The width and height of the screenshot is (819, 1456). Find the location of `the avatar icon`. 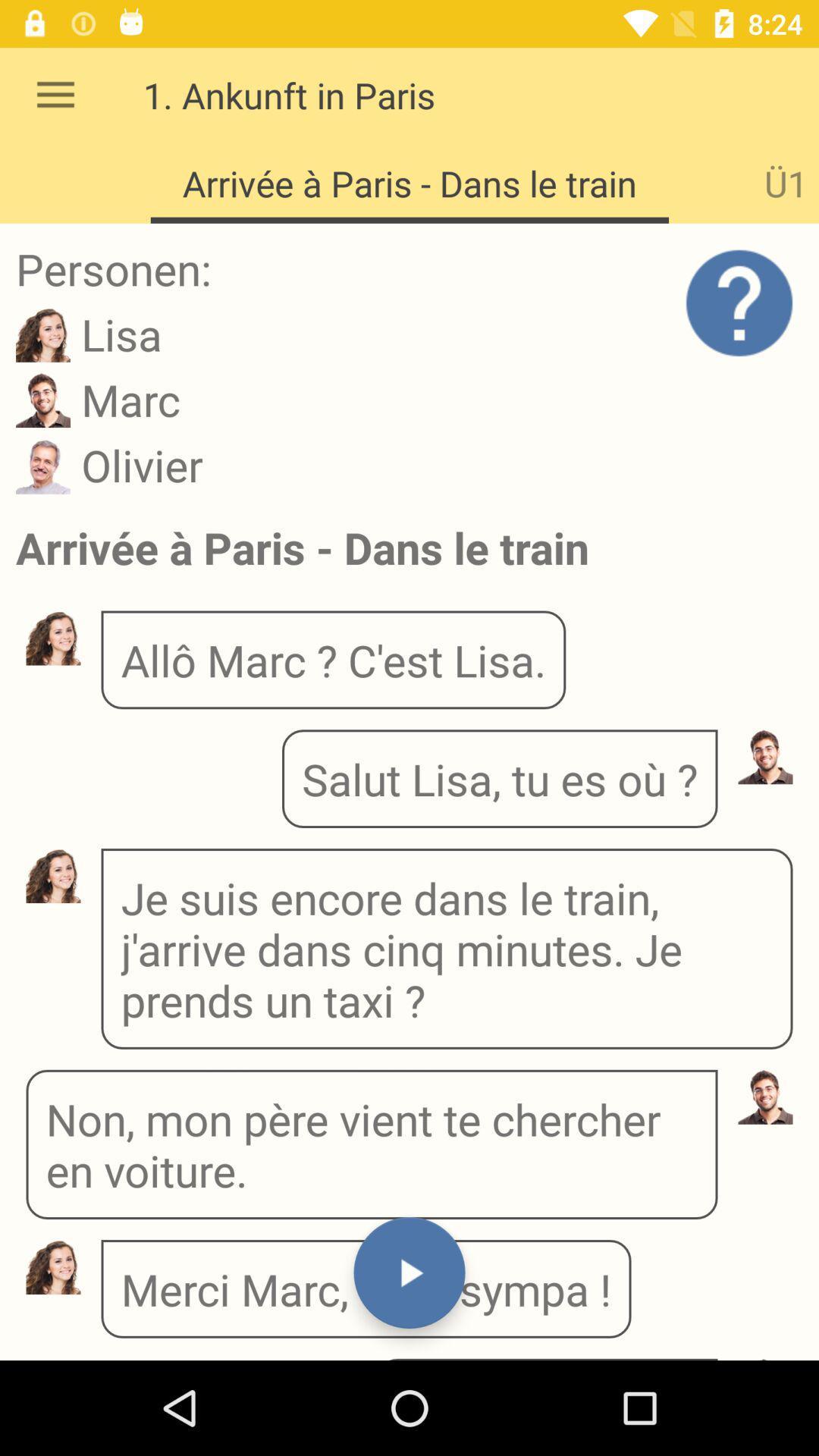

the avatar icon is located at coordinates (52, 1266).